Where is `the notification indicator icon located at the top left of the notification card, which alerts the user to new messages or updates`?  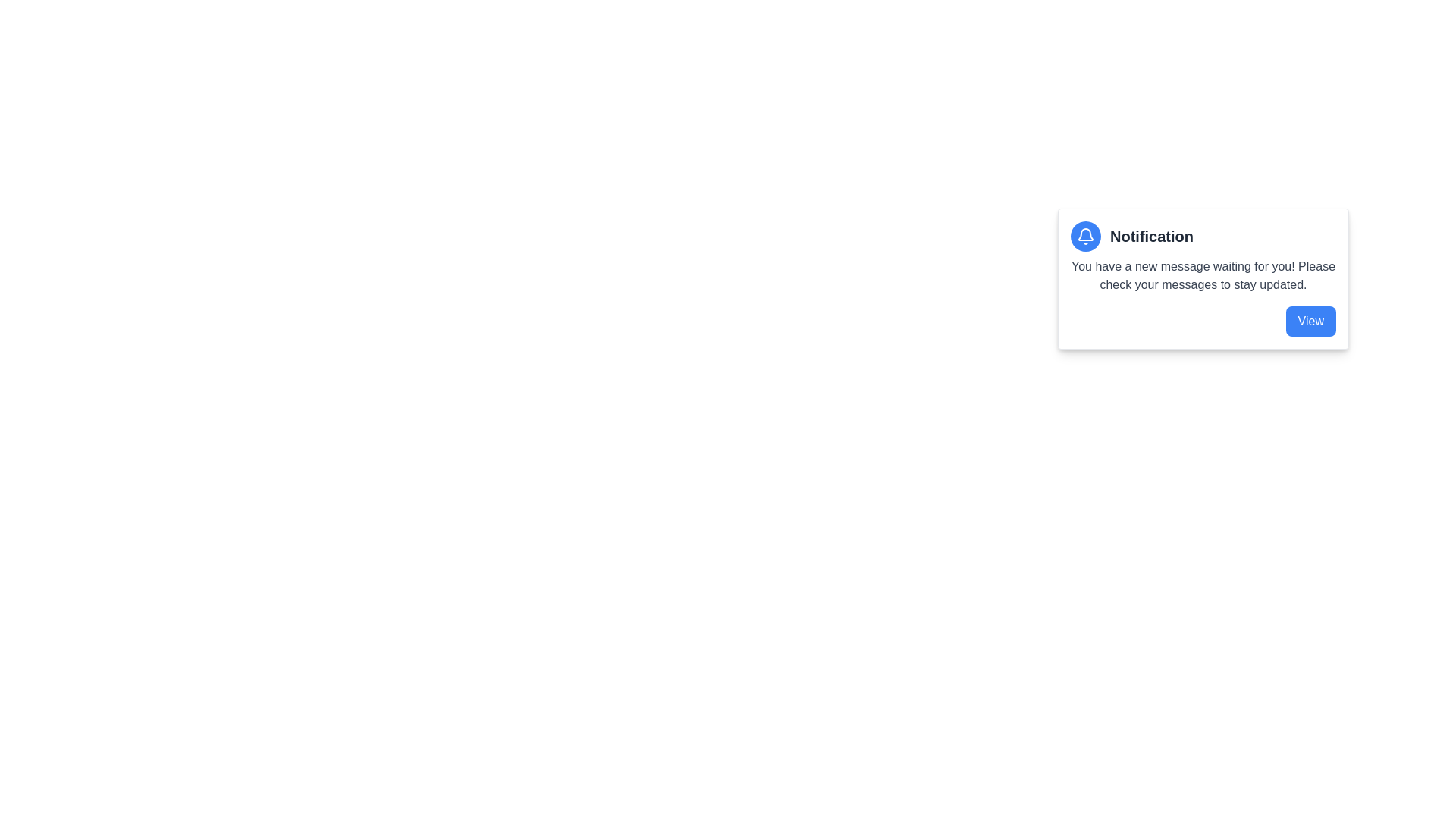
the notification indicator icon located at the top left of the notification card, which alerts the user to new messages or updates is located at coordinates (1084, 237).